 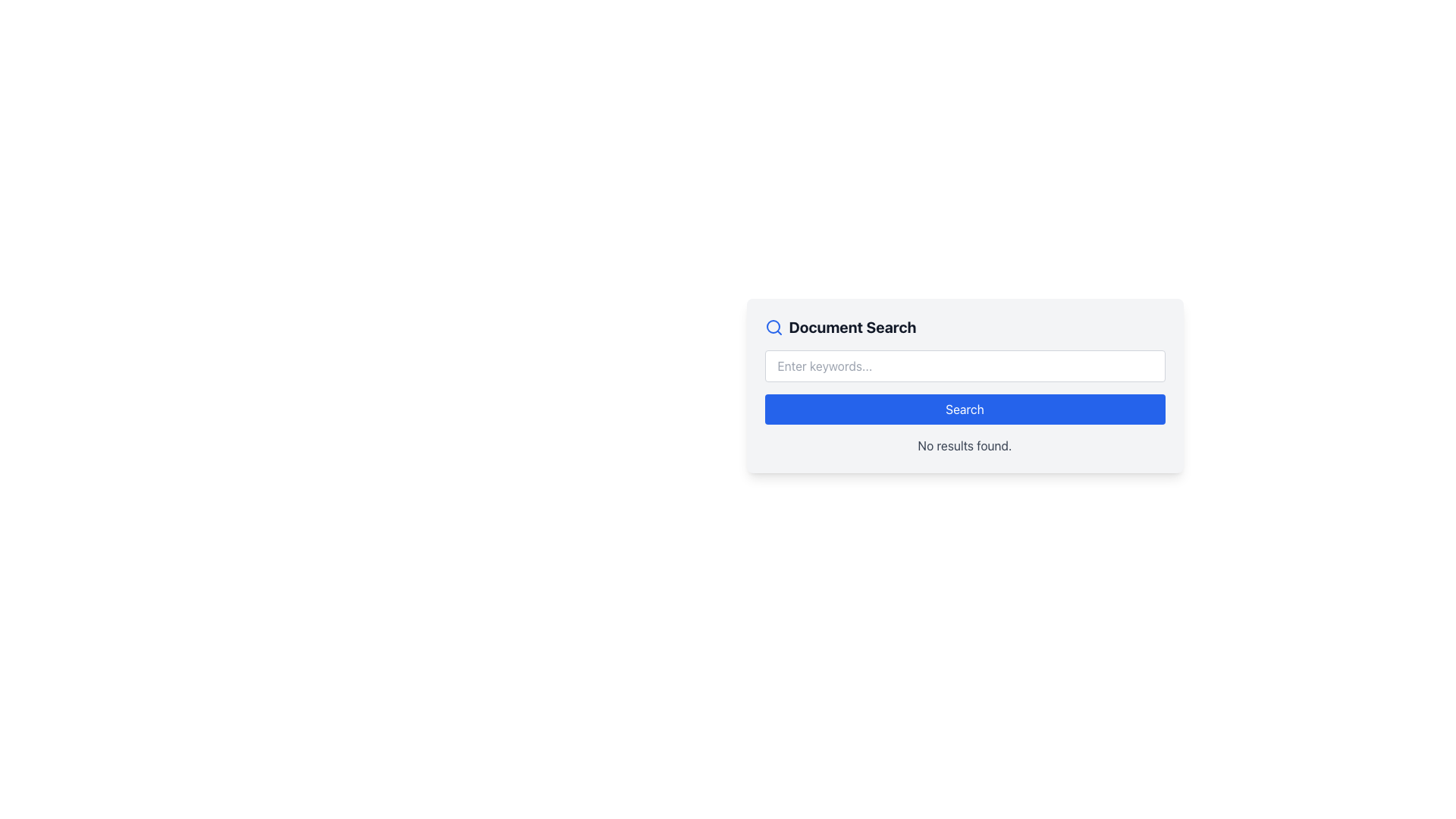 I want to click on the non-interactive informative message displayed when no search results match the user's query, located below the blue 'Search' button, so click(x=964, y=444).